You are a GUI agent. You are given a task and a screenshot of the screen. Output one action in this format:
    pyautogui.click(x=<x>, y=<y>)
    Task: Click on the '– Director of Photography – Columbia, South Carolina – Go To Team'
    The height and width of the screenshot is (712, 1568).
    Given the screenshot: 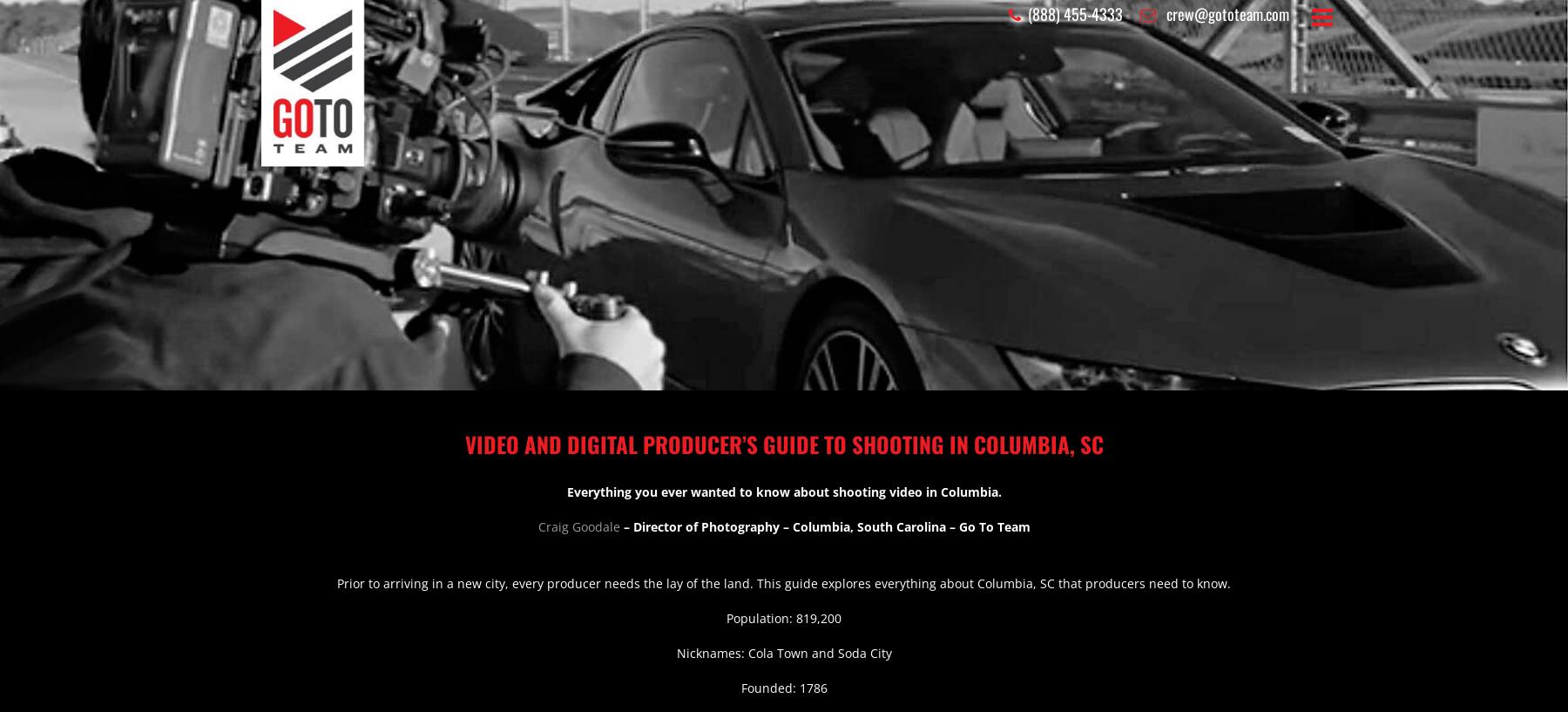 What is the action you would take?
    pyautogui.click(x=823, y=526)
    